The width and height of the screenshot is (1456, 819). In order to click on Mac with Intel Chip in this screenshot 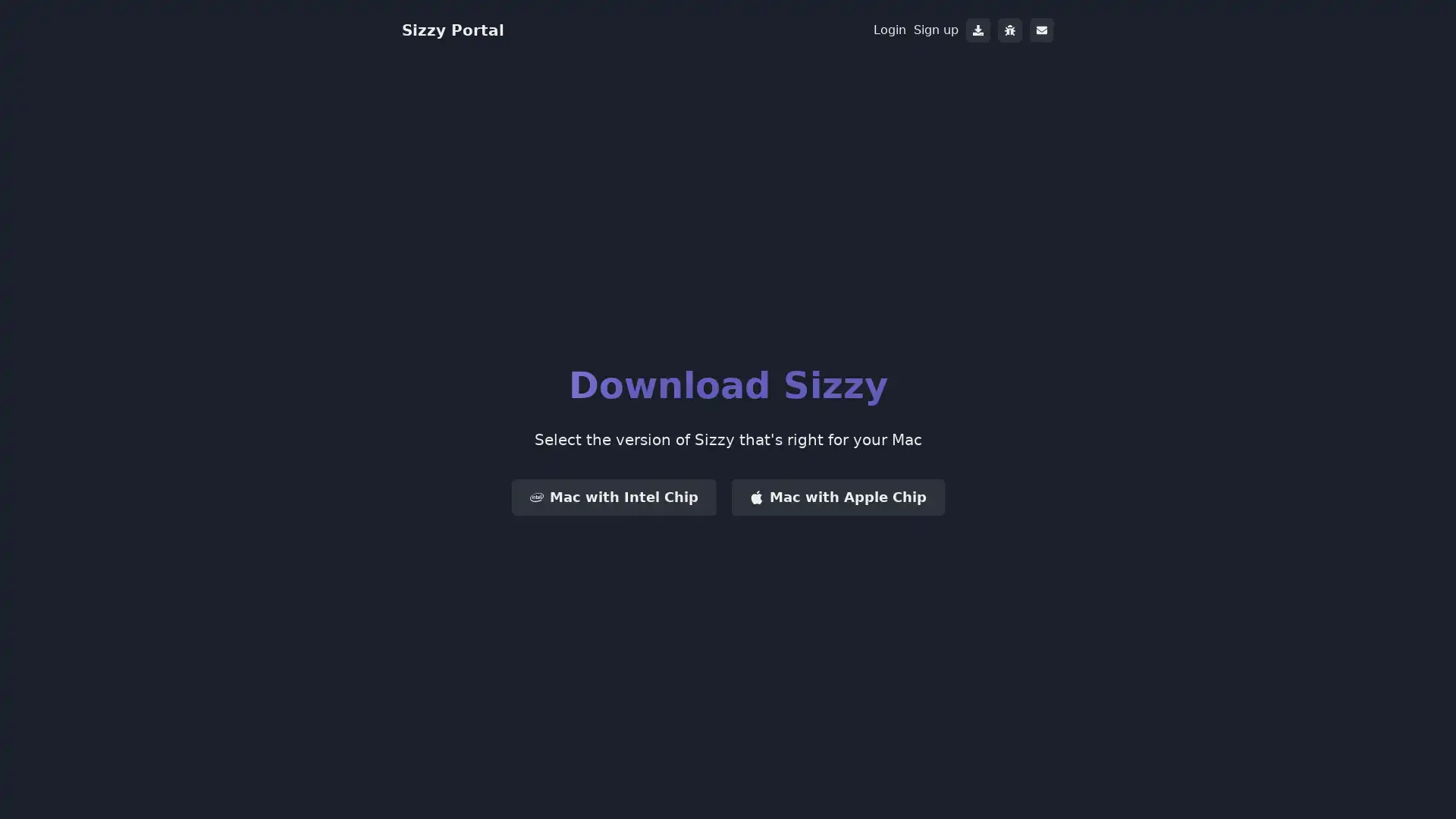, I will do `click(613, 497)`.